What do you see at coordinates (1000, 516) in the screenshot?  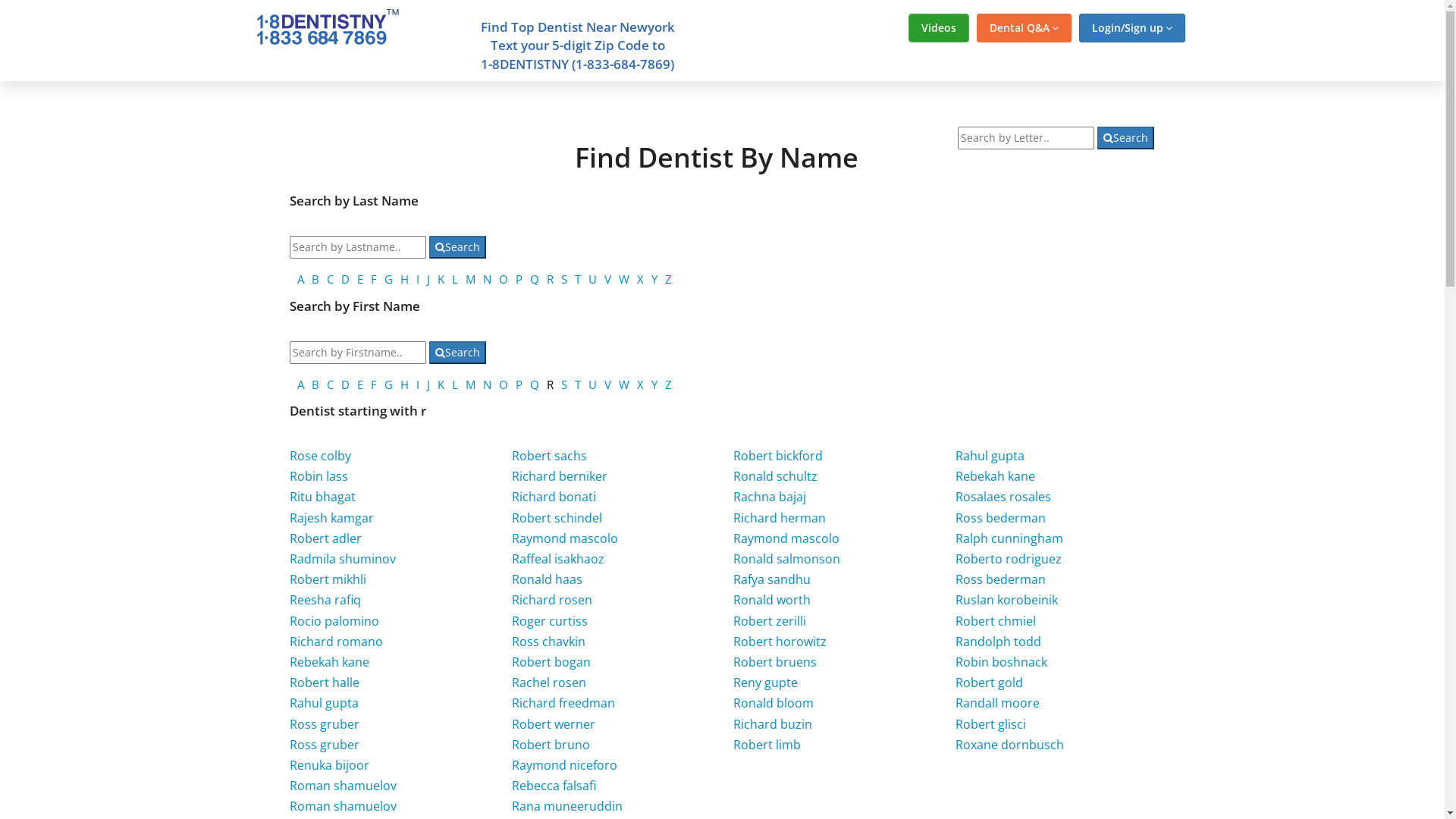 I see `'Ross bederman'` at bounding box center [1000, 516].